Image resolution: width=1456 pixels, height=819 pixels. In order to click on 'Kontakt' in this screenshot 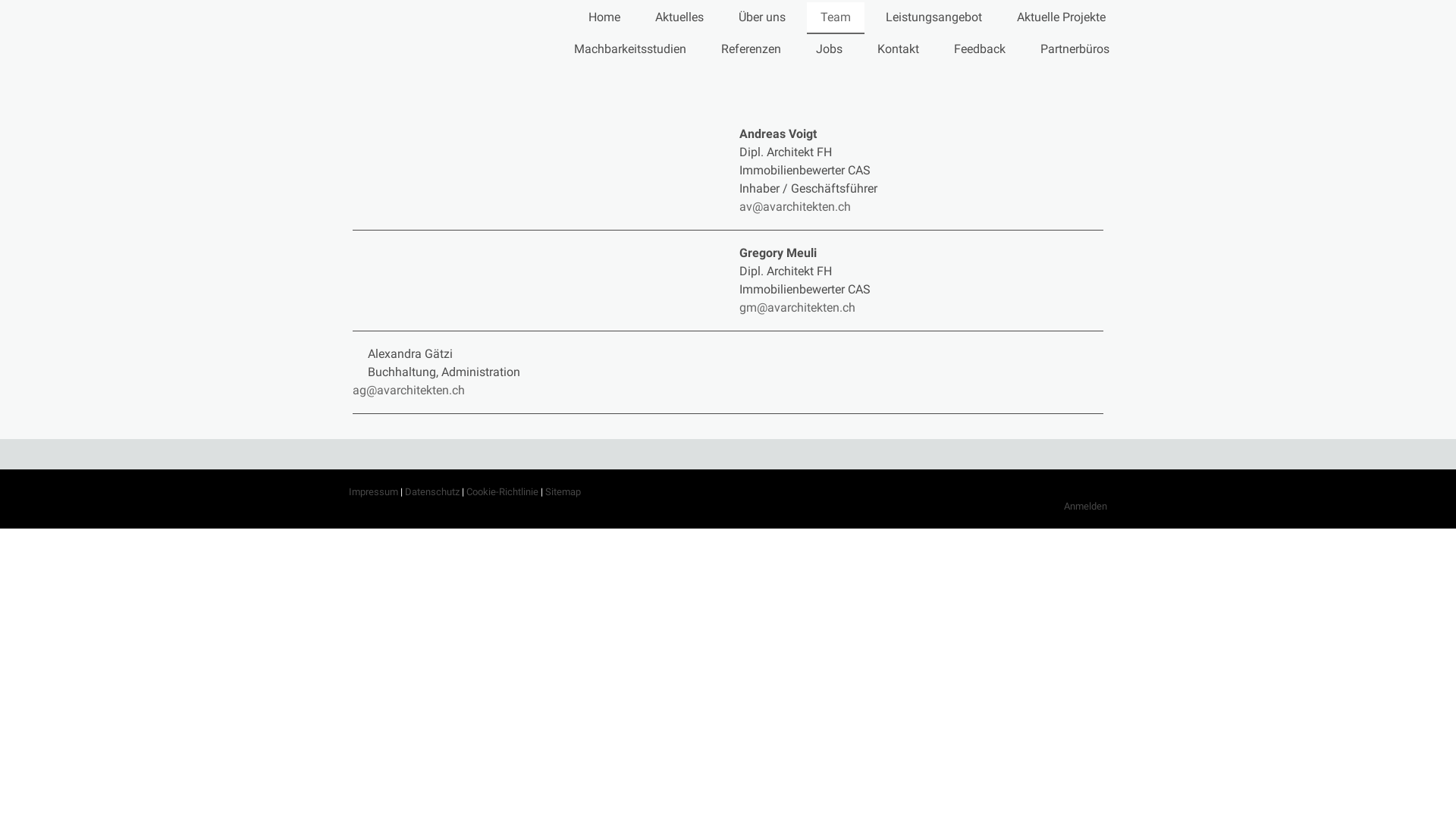, I will do `click(898, 49)`.